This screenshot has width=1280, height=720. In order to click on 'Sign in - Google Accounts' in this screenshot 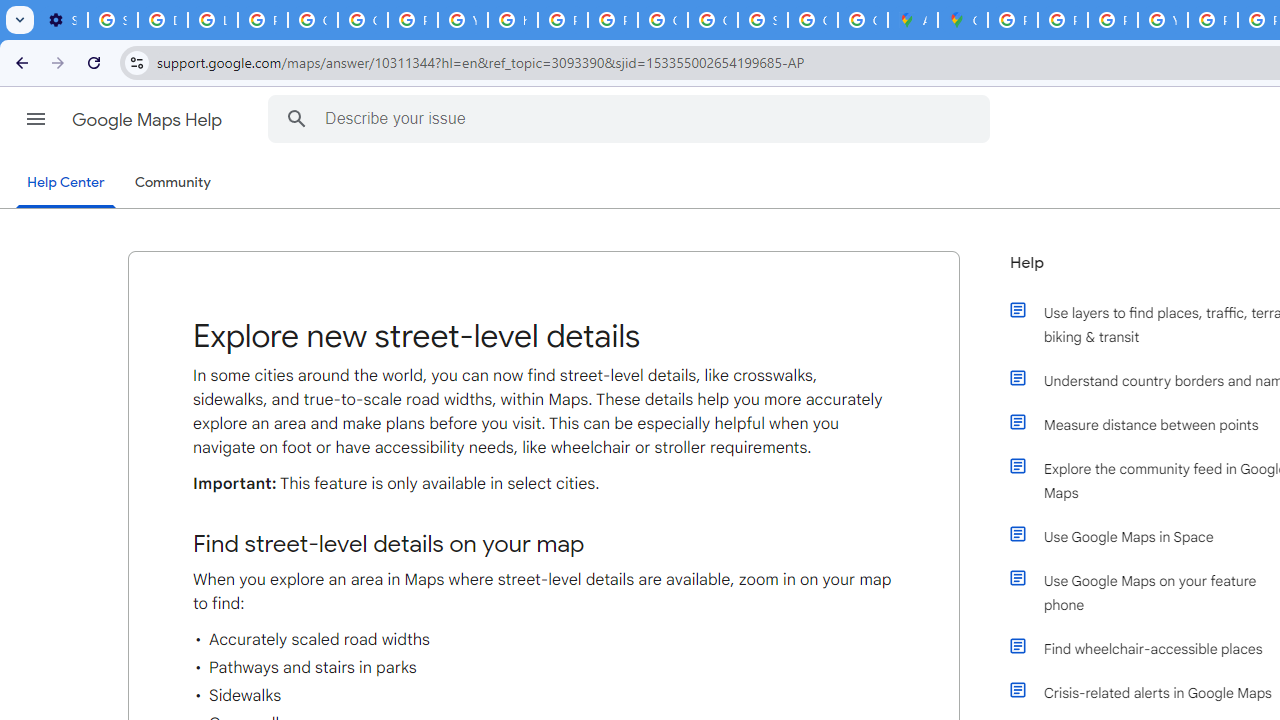, I will do `click(112, 20)`.